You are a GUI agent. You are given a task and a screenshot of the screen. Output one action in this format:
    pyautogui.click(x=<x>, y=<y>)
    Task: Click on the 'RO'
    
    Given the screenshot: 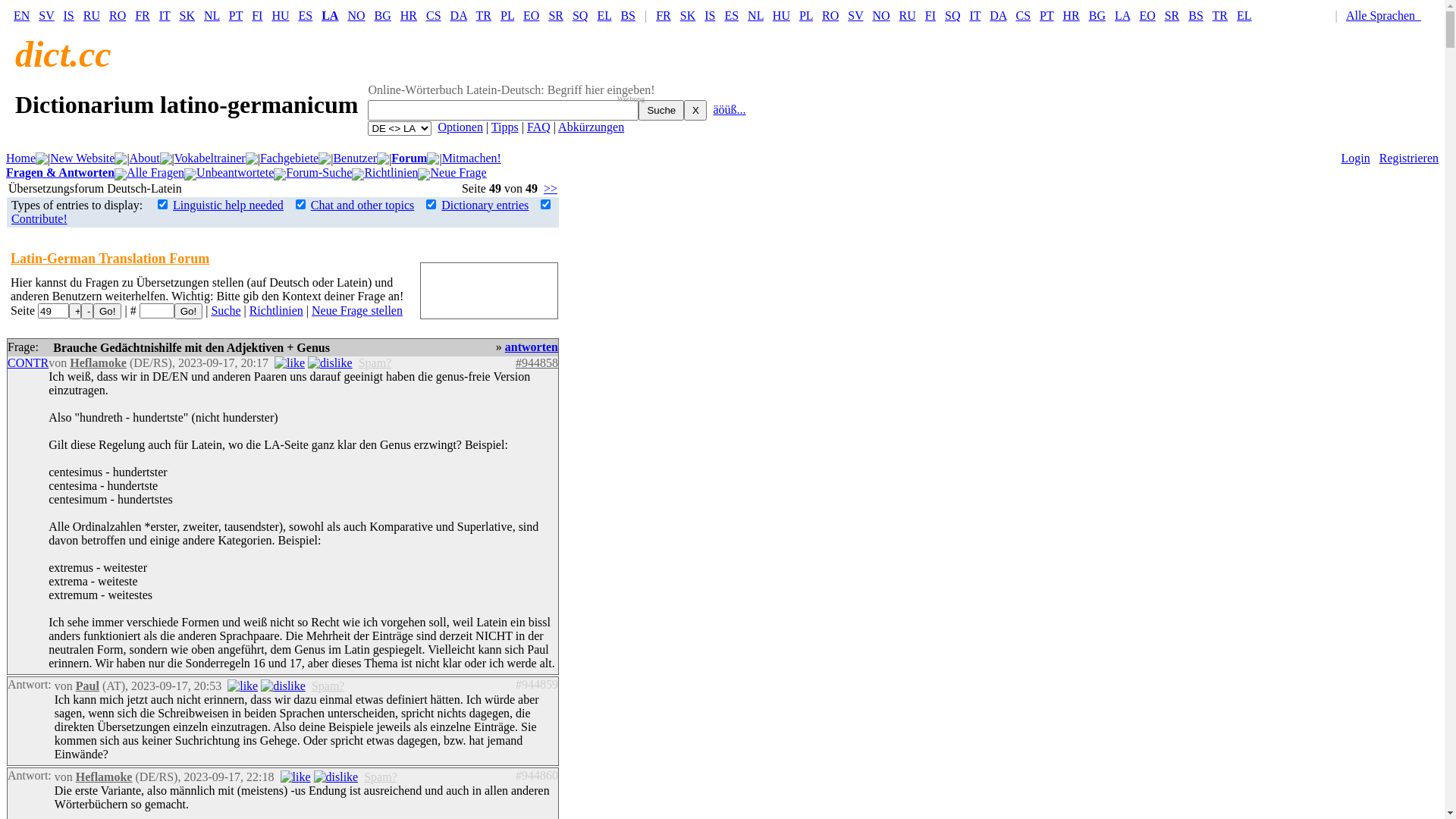 What is the action you would take?
    pyautogui.click(x=829, y=15)
    